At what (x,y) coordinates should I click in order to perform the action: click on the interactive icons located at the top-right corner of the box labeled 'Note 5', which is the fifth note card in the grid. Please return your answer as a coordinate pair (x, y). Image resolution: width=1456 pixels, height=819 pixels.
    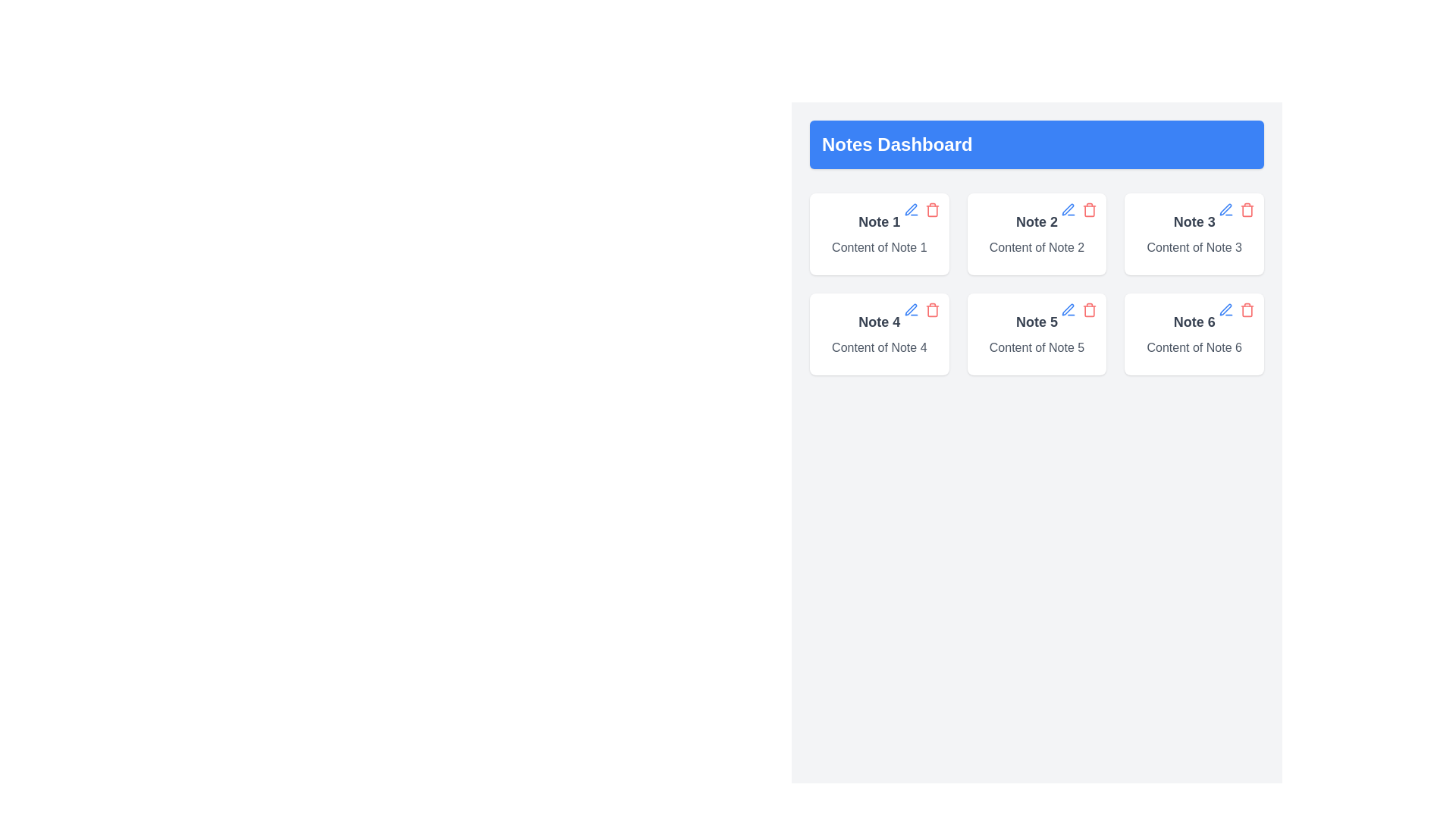
    Looking at the image, I should click on (1078, 309).